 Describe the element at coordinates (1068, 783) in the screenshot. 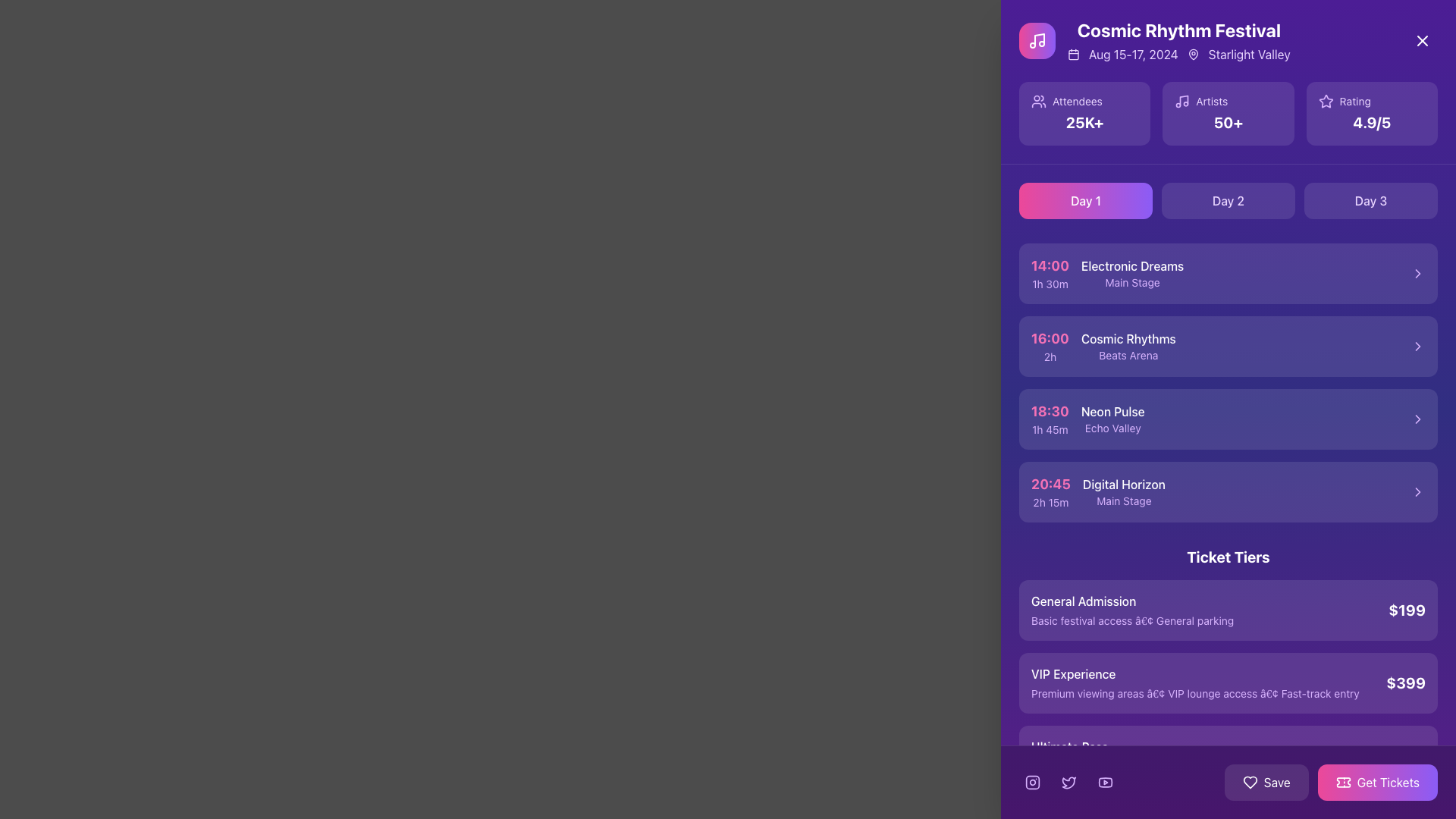

I see `the bird icon button with a purple outline, which is the second item in a row of three social media icons` at that location.